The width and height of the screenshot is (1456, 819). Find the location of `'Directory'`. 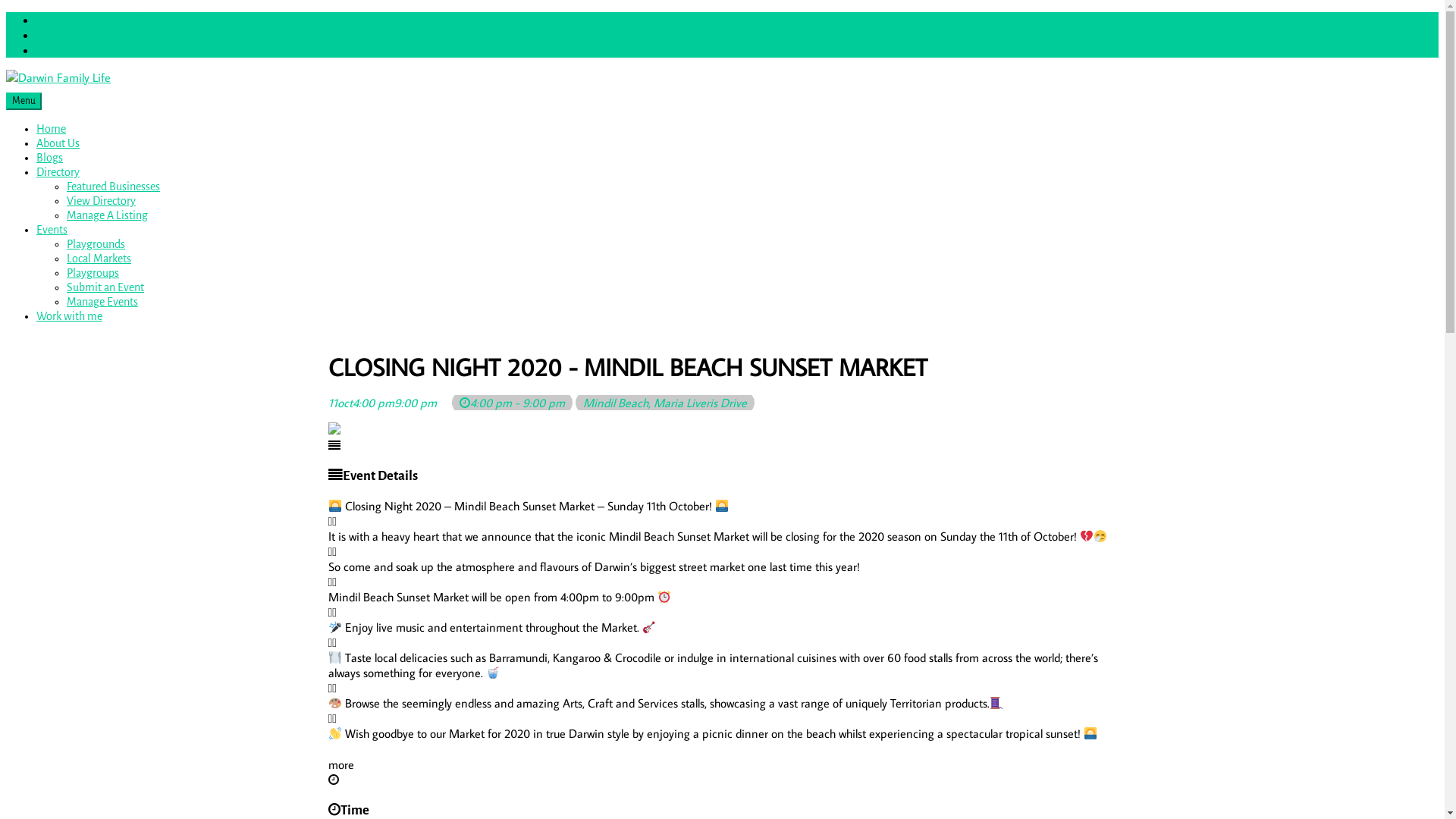

'Directory' is located at coordinates (58, 171).